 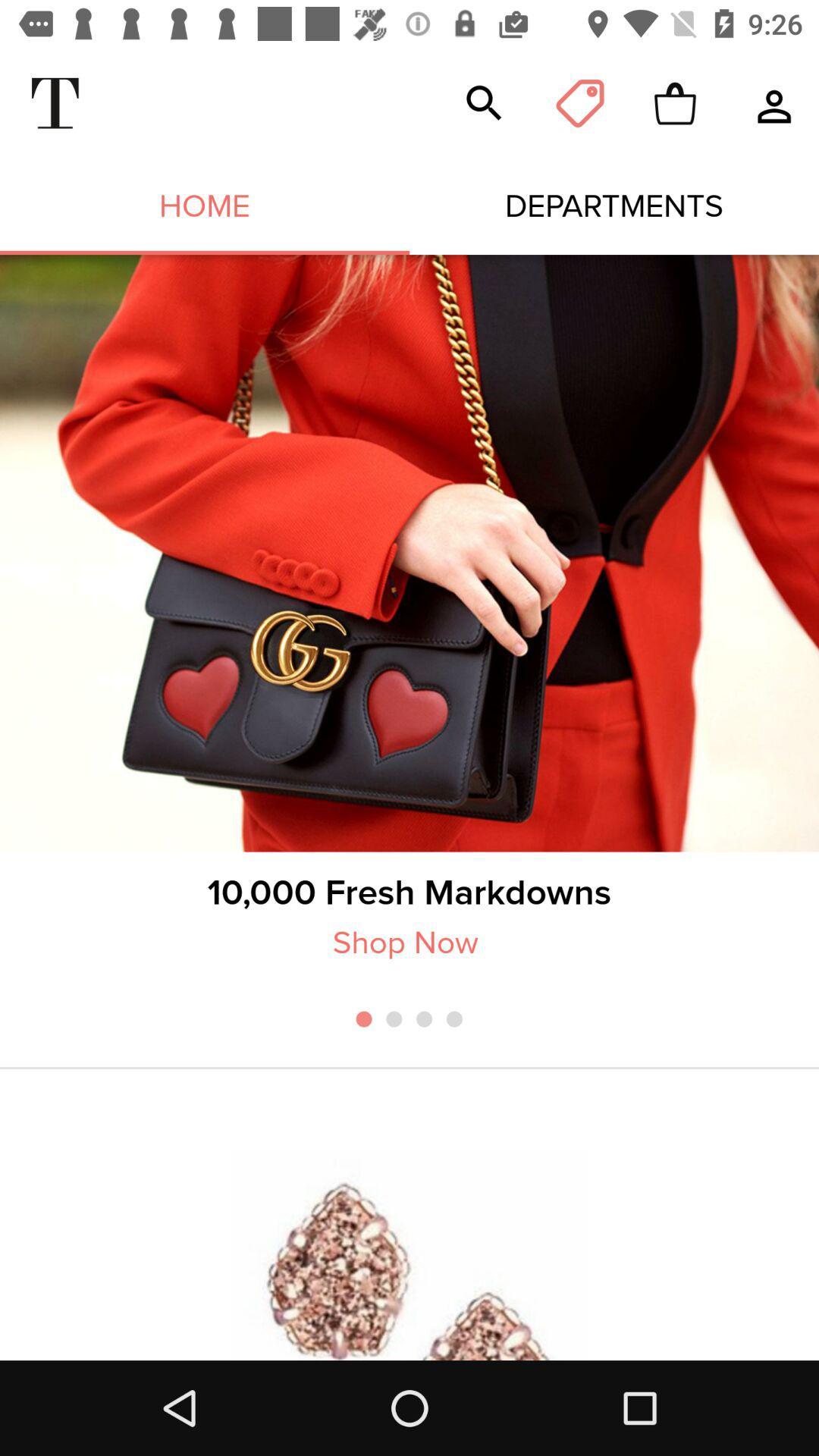 I want to click on icon after the search icon, so click(x=579, y=103).